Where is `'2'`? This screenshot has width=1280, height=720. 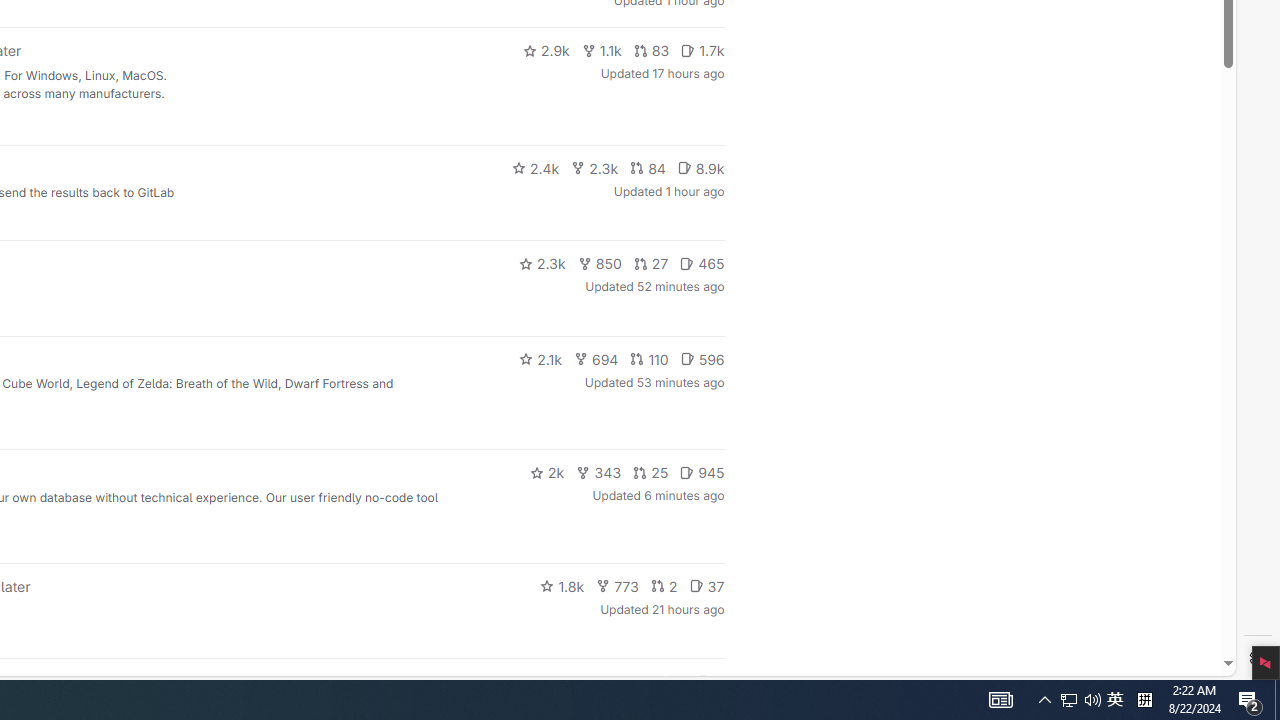 '2' is located at coordinates (664, 585).